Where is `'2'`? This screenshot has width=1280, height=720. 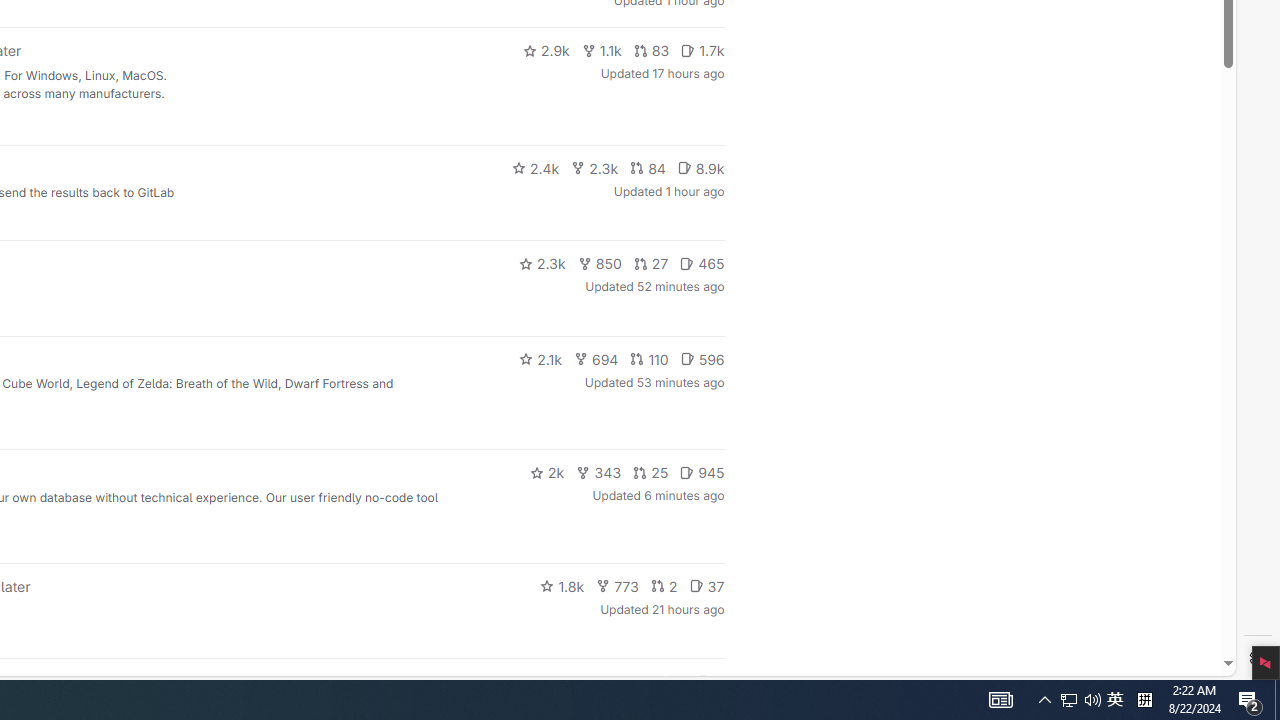 '2' is located at coordinates (664, 585).